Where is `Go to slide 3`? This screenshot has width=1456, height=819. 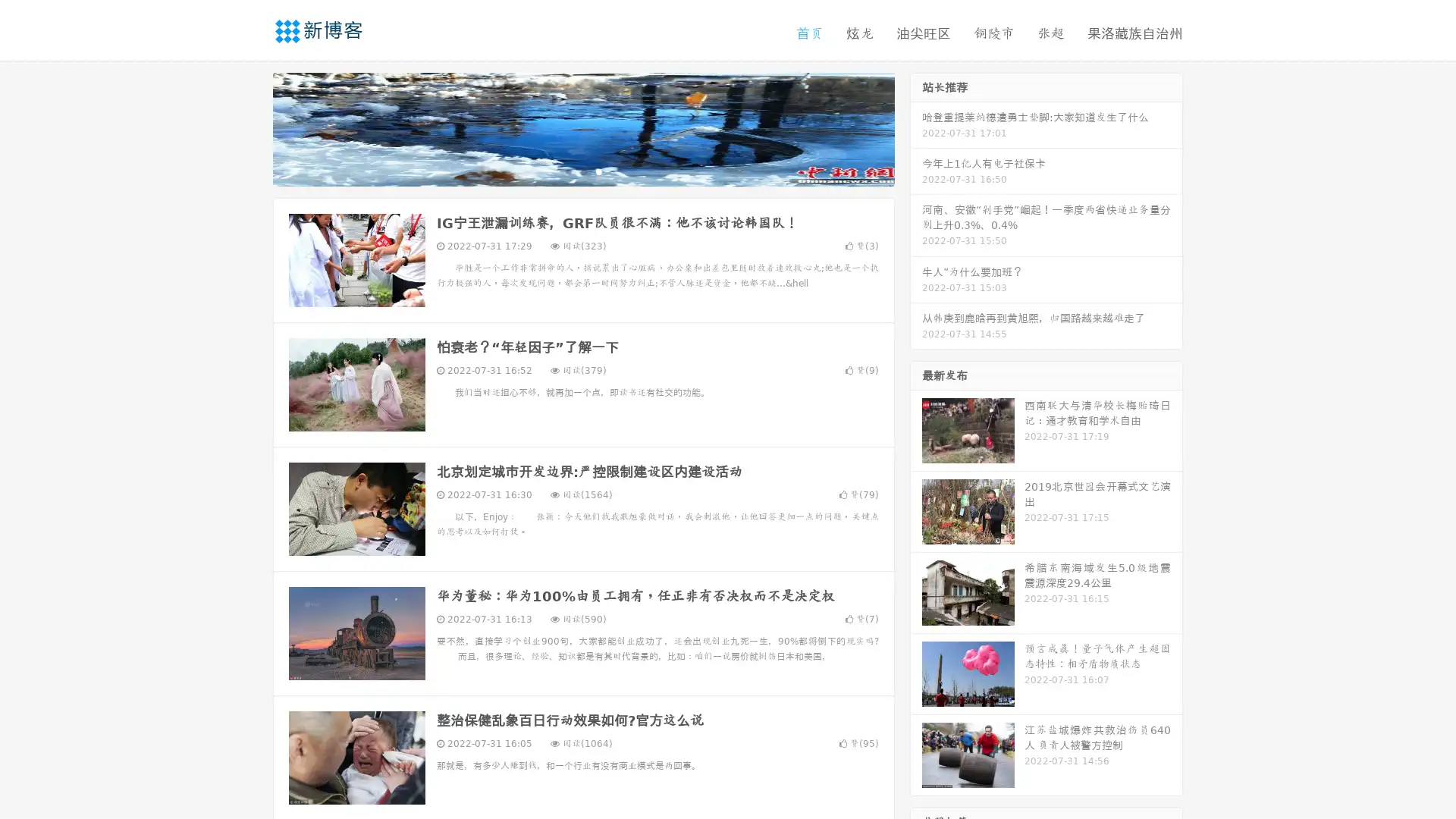 Go to slide 3 is located at coordinates (598, 171).